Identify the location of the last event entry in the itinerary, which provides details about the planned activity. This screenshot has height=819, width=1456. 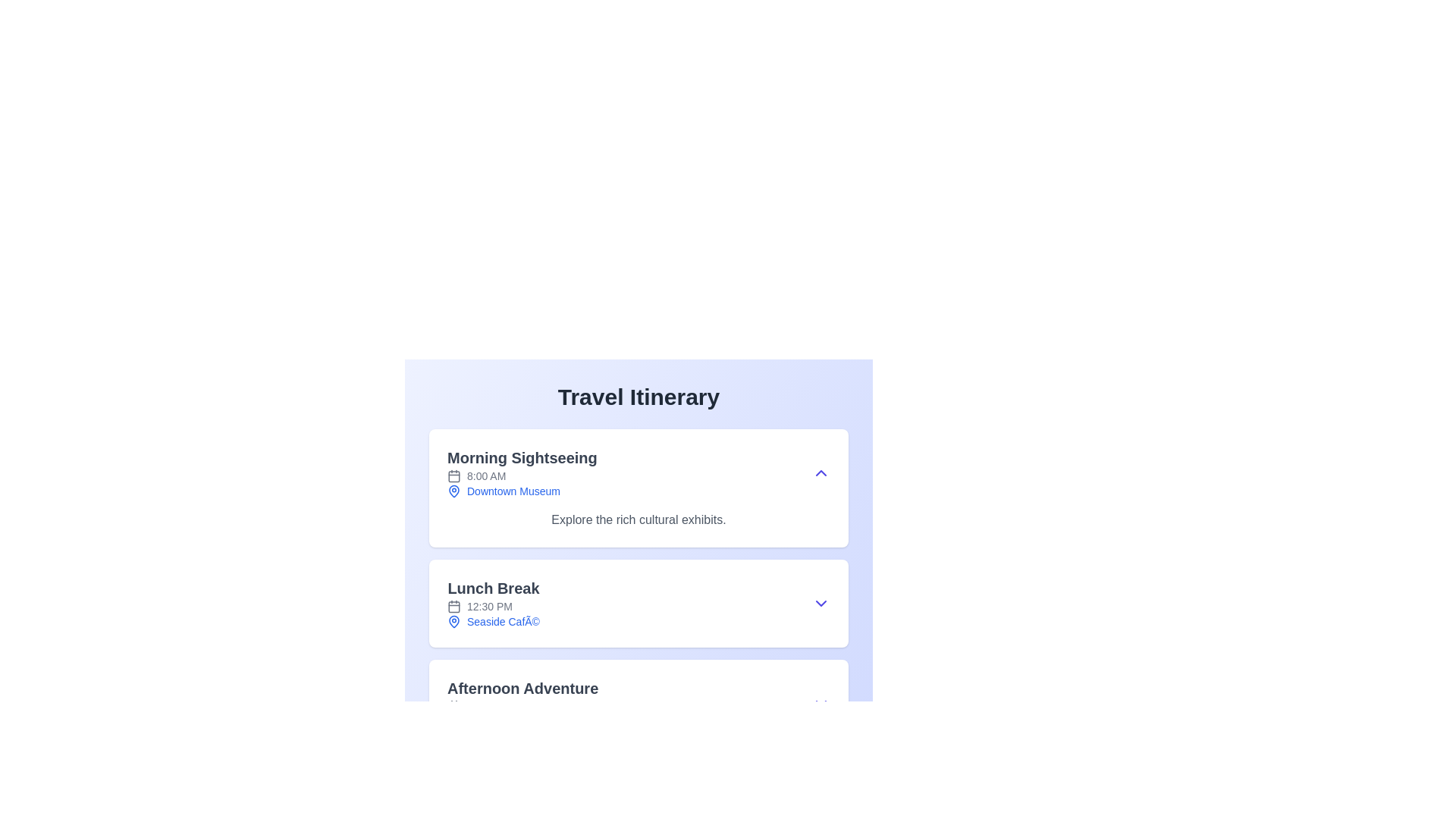
(639, 704).